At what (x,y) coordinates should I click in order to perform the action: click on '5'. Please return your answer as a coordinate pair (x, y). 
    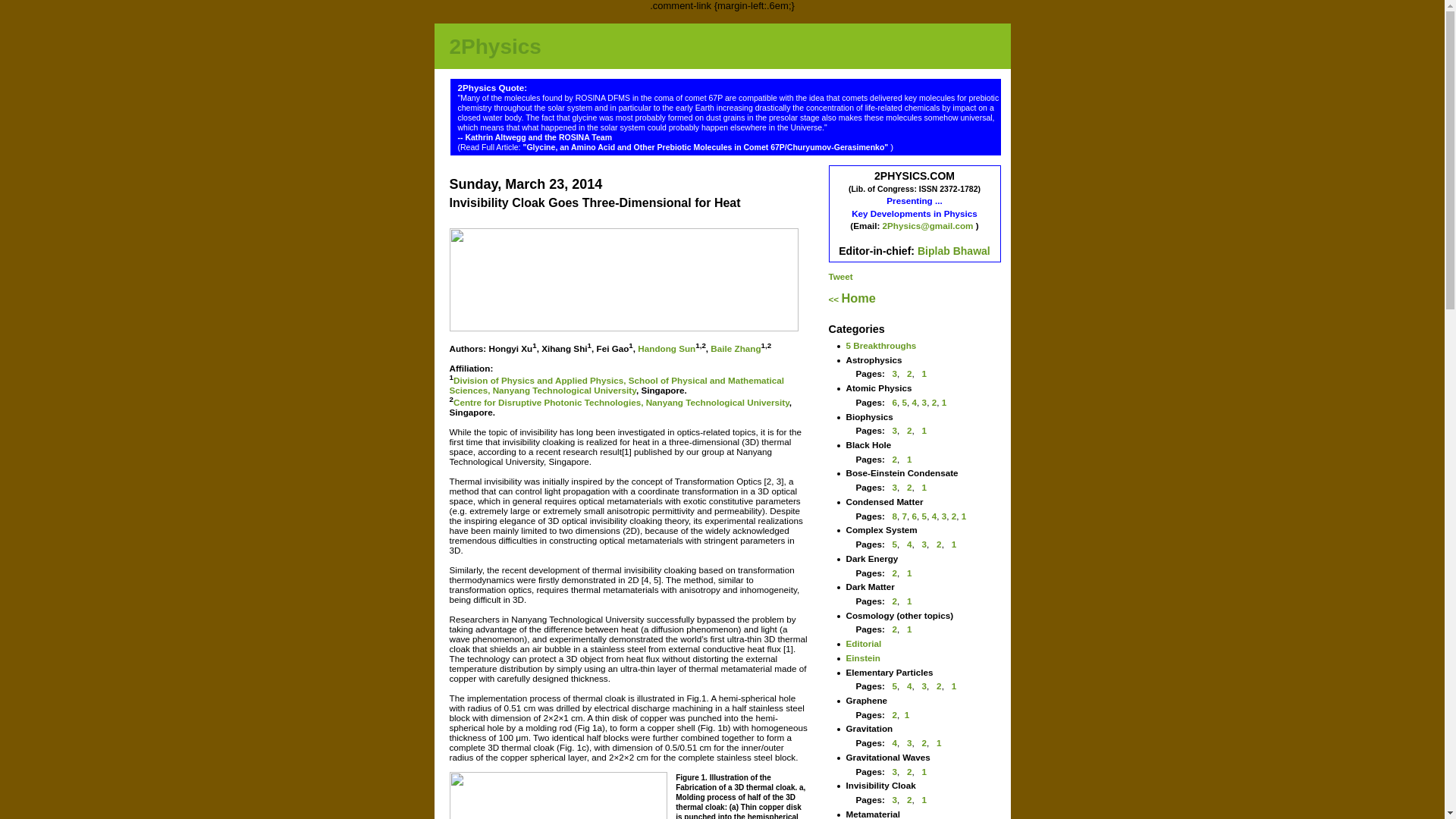
    Looking at the image, I should click on (902, 401).